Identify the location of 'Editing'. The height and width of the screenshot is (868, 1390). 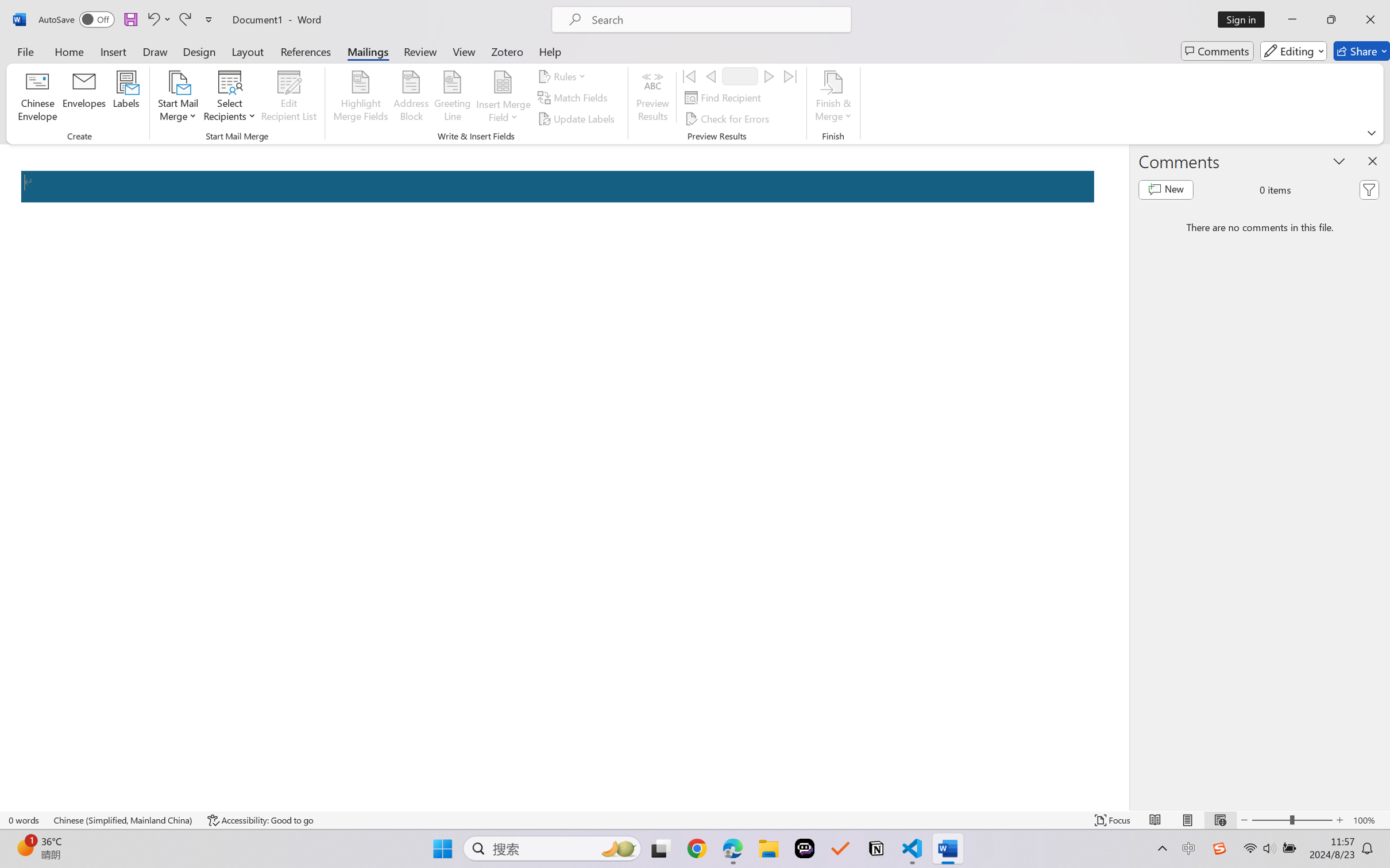
(1294, 51).